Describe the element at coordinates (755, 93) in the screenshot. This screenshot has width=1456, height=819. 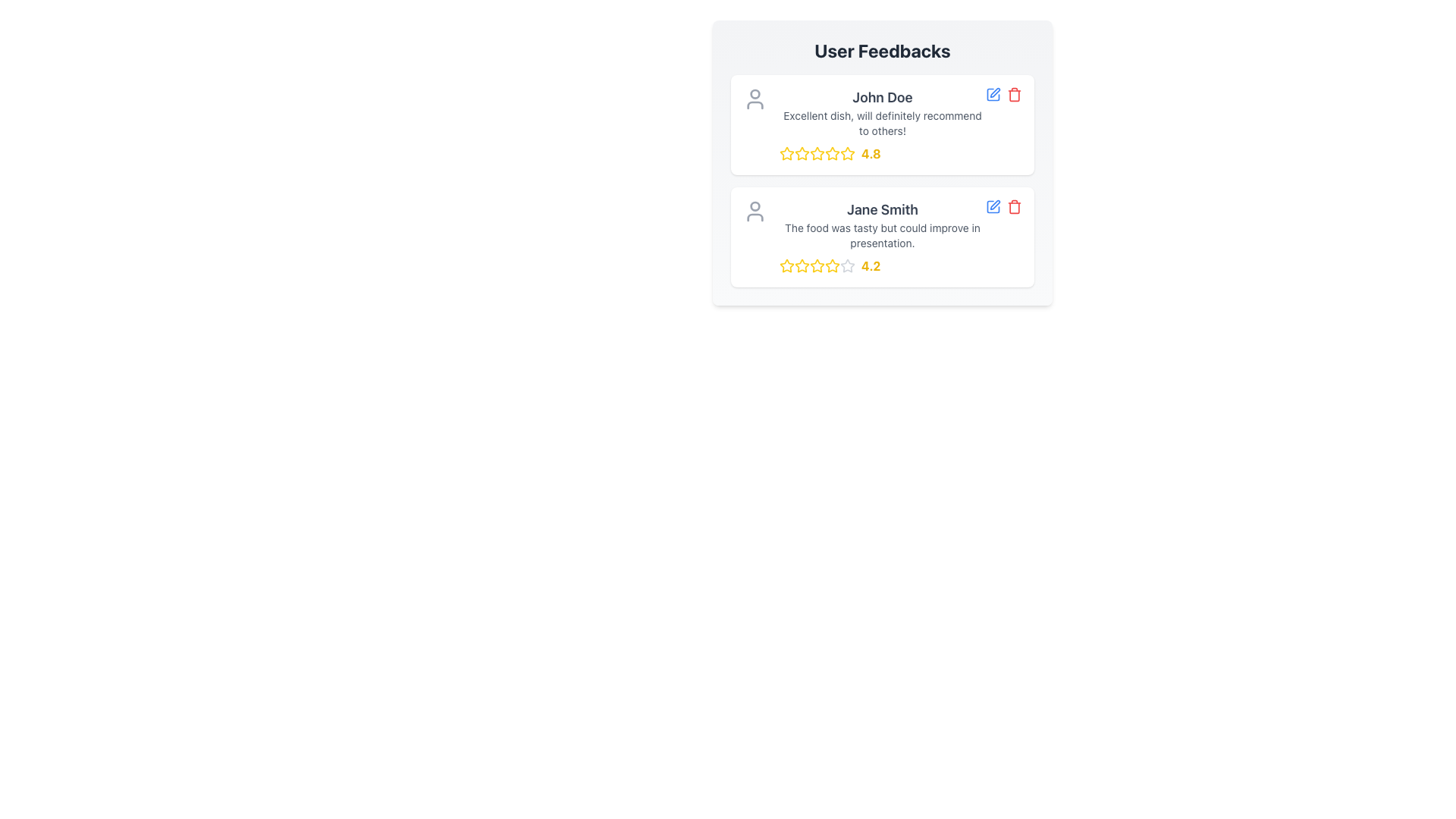
I see `the SVG Circle that represents the head in the user profile icon located next to 'John Doe' in the first feedback card under 'User Feedbacks'` at that location.